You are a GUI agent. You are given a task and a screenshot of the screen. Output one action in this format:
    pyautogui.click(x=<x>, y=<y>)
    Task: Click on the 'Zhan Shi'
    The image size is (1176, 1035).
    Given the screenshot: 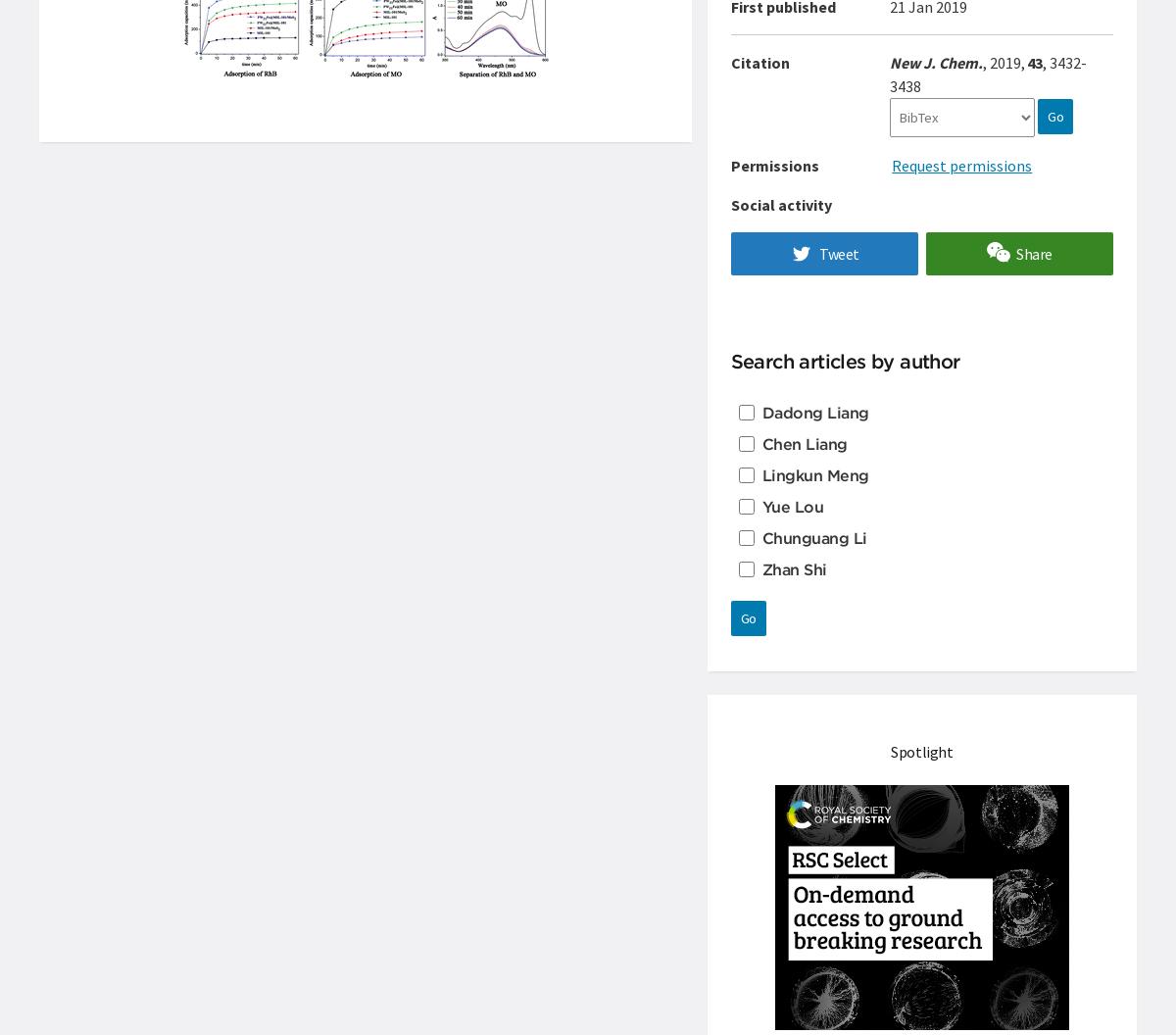 What is the action you would take?
    pyautogui.click(x=793, y=569)
    